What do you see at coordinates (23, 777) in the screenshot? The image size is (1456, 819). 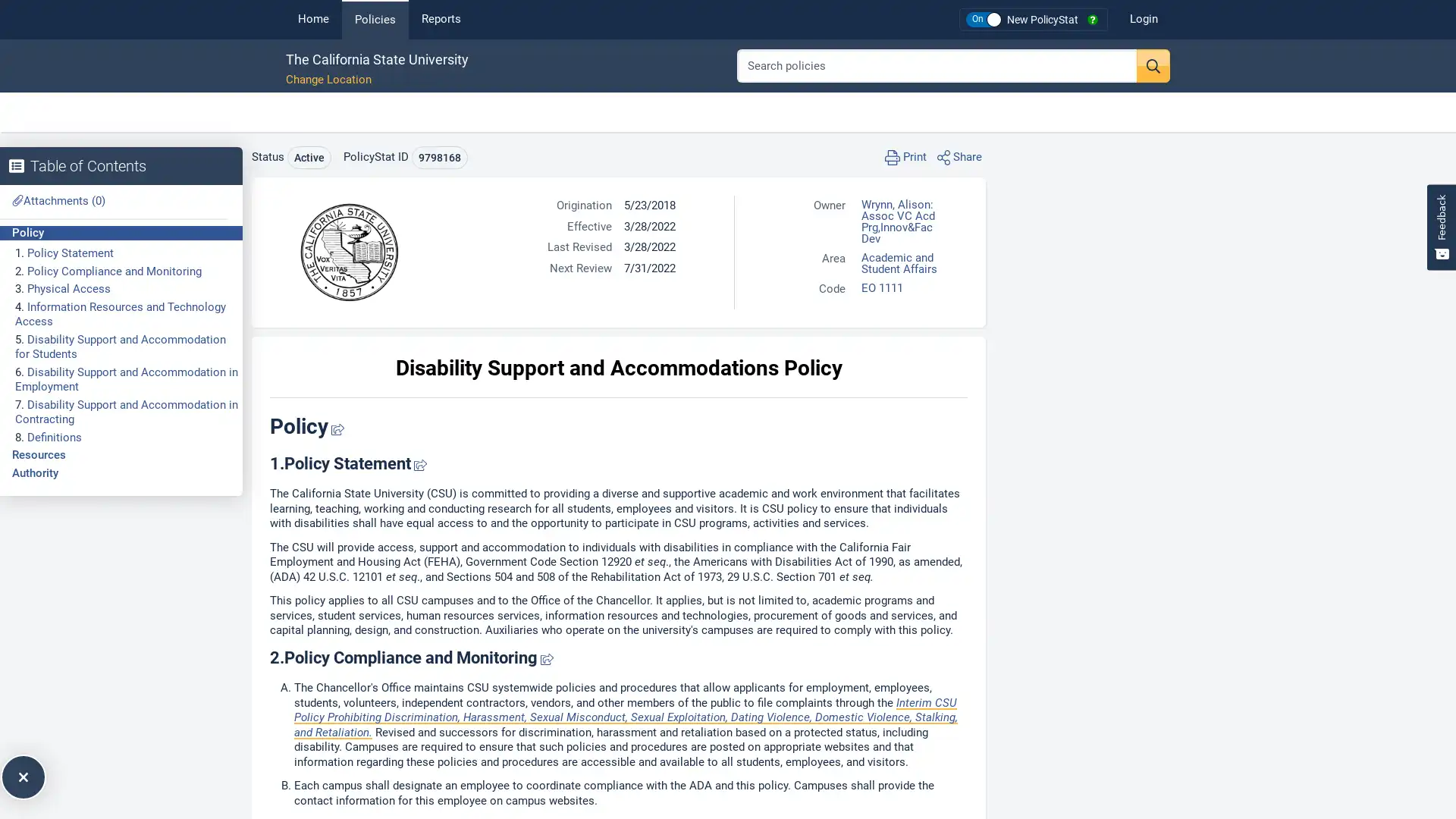 I see `Expand Table of Contents` at bounding box center [23, 777].